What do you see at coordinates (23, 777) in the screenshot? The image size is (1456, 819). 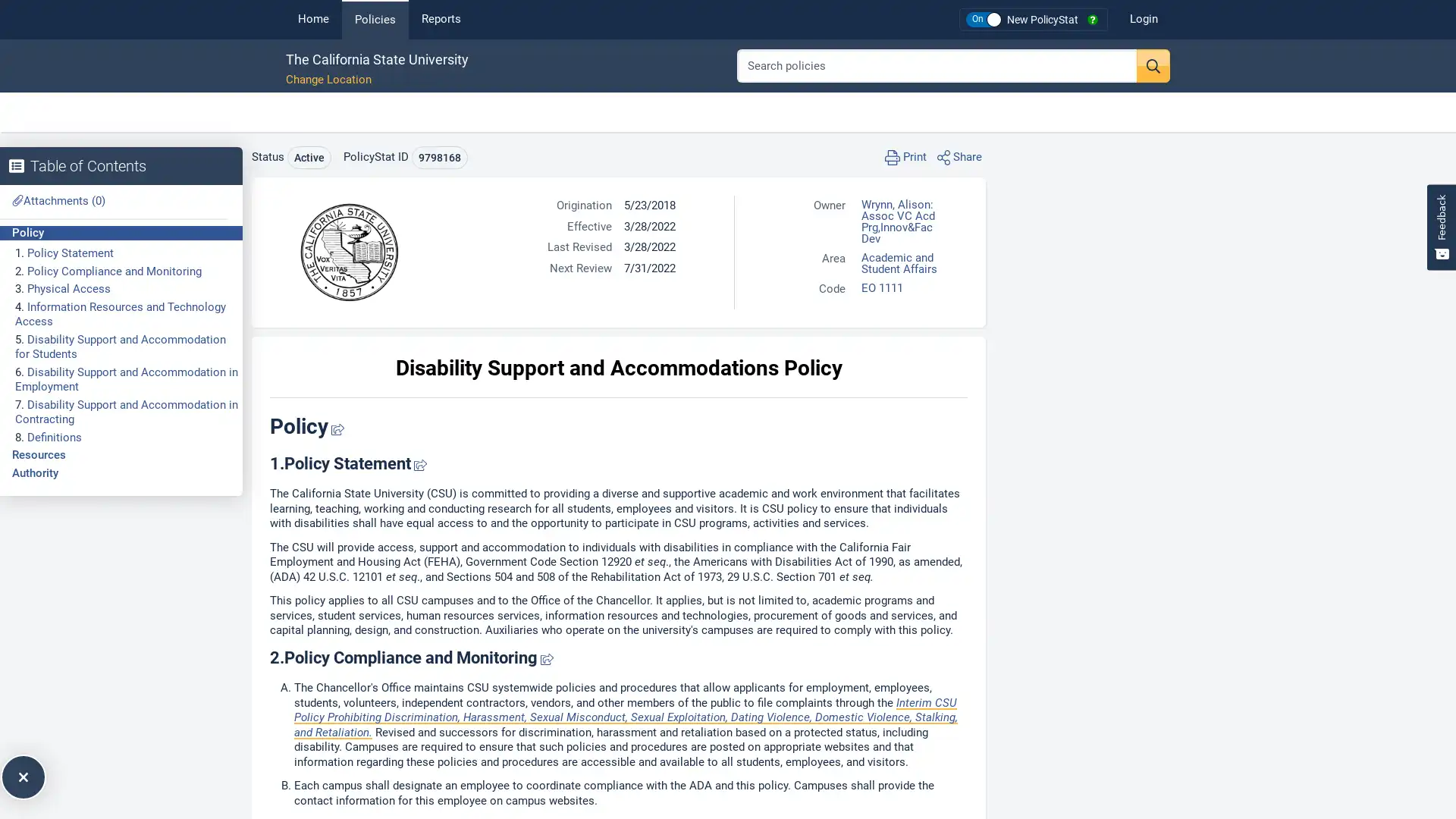 I see `Expand Table of Contents` at bounding box center [23, 777].